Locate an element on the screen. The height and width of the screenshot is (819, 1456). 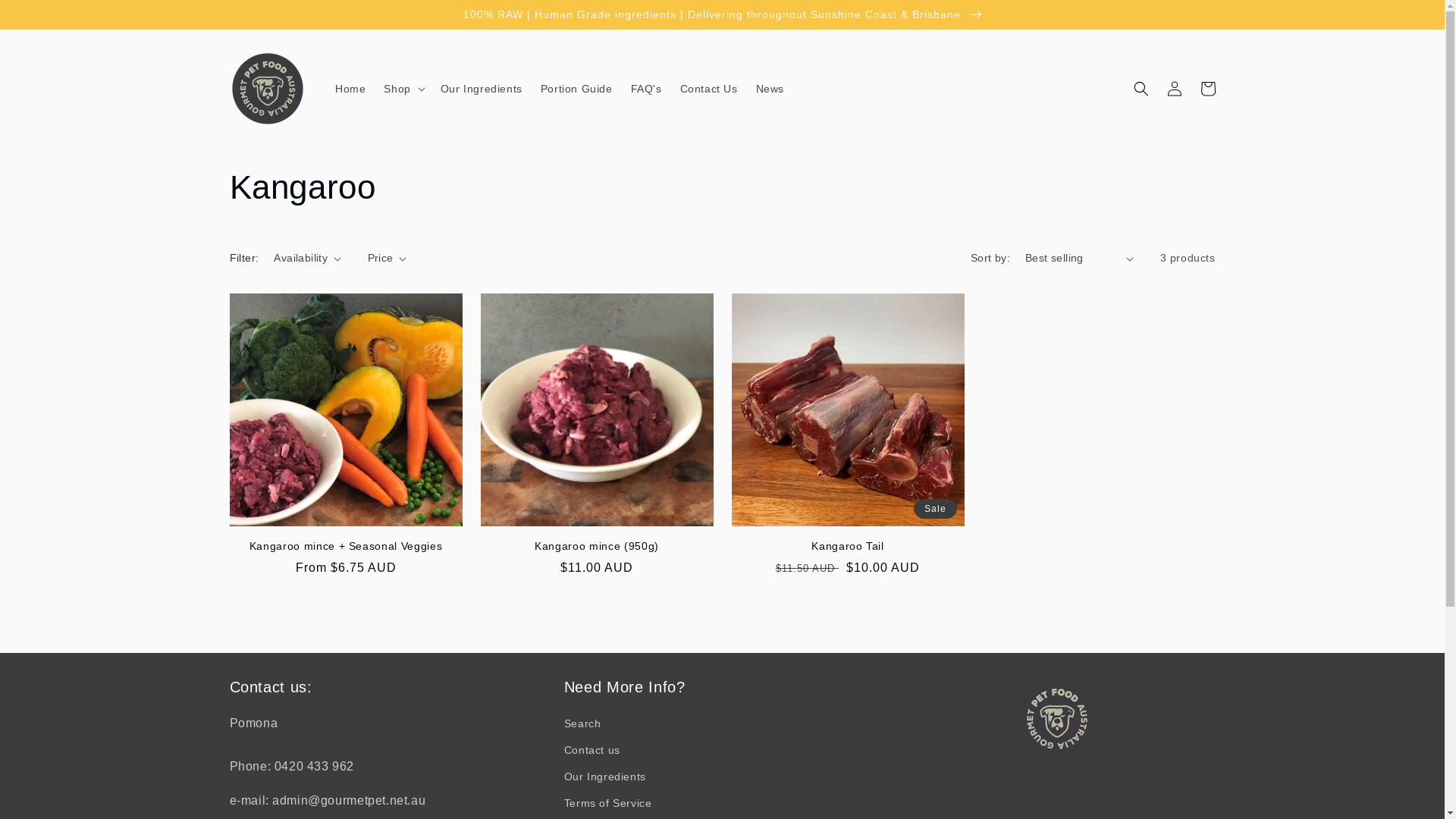
'FAQ's' is located at coordinates (646, 88).